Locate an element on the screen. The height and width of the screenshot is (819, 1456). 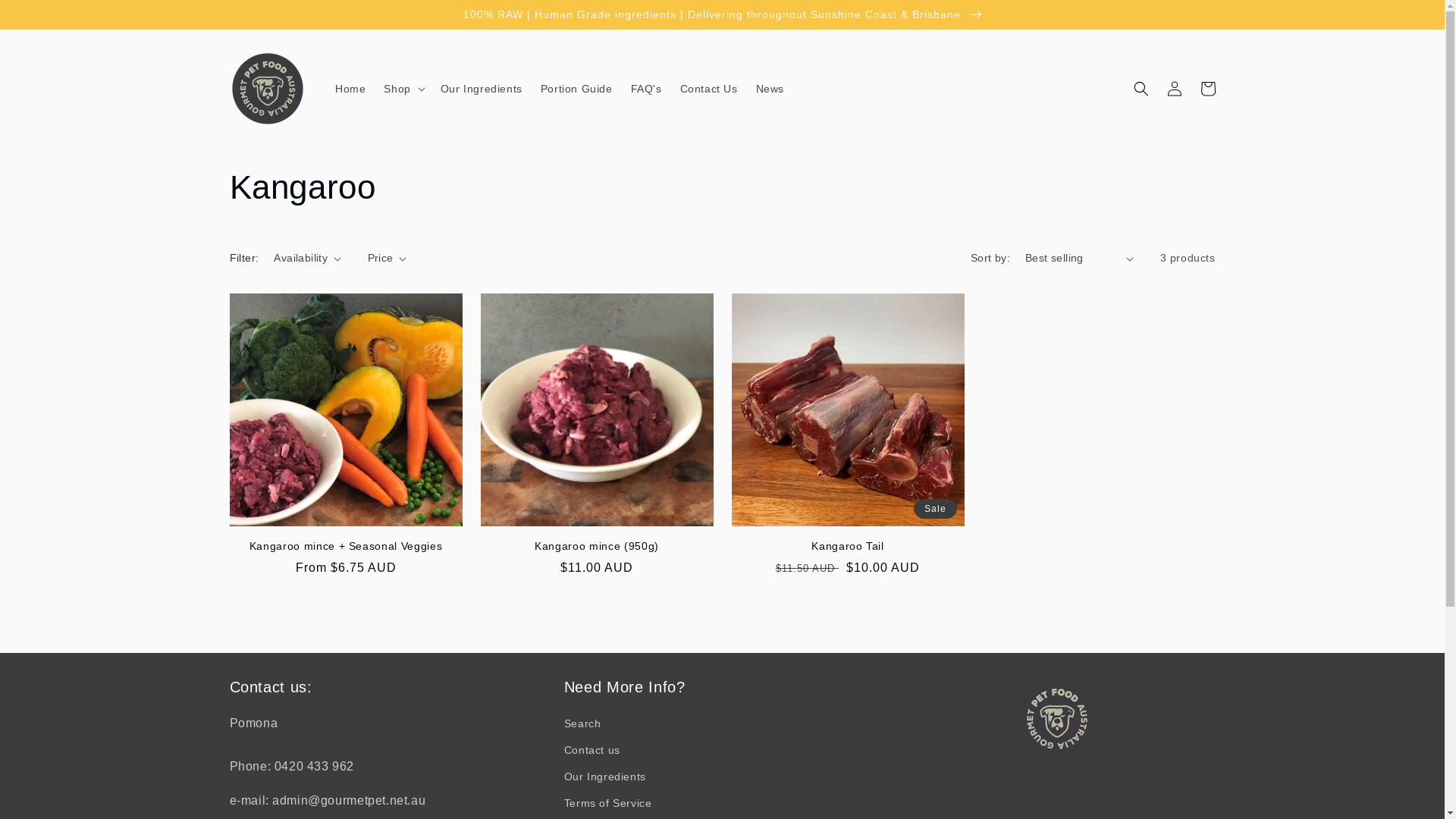
'FAQ's' is located at coordinates (646, 88).